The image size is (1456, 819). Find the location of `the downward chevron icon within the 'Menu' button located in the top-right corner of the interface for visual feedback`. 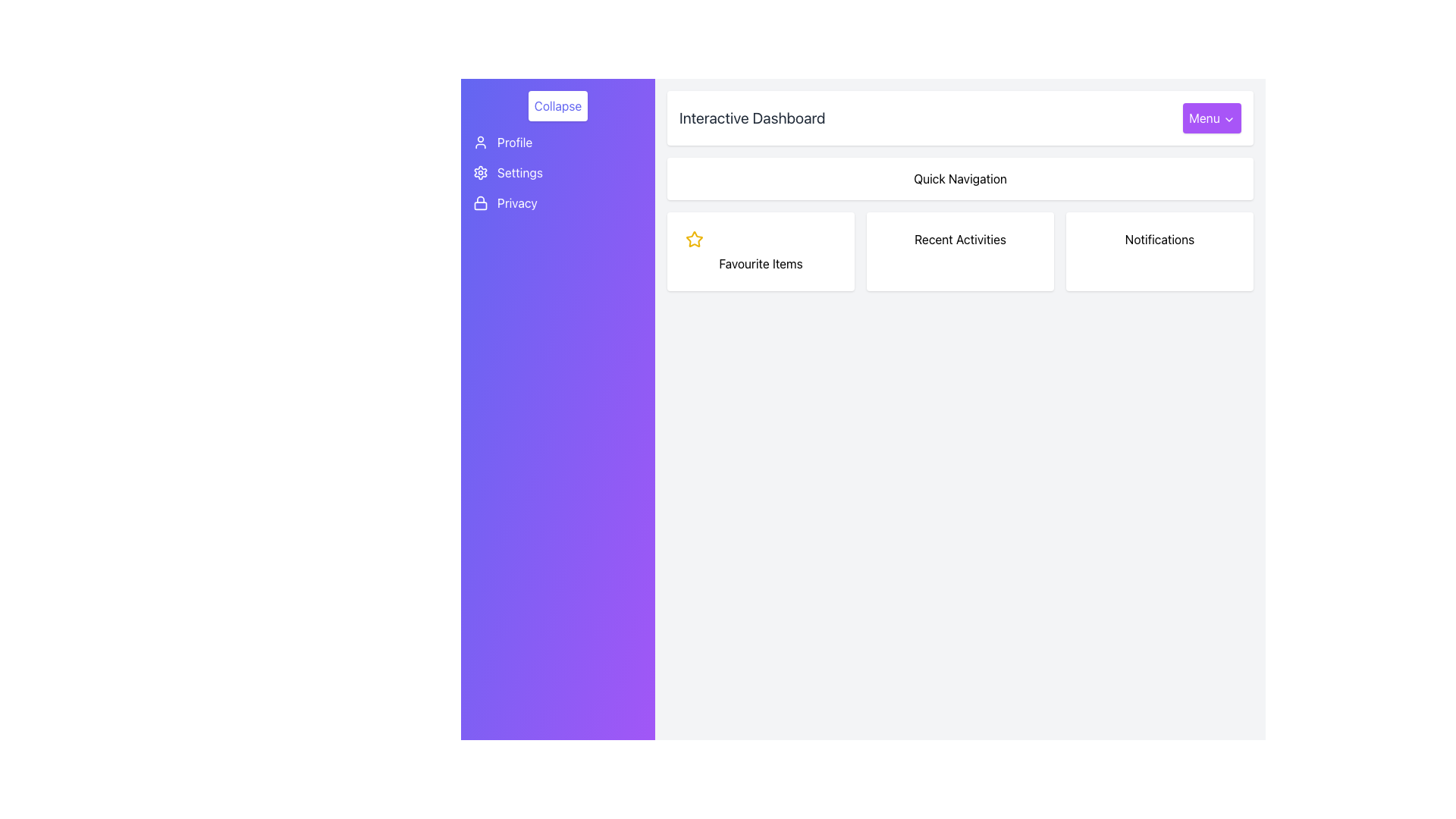

the downward chevron icon within the 'Menu' button located in the top-right corner of the interface for visual feedback is located at coordinates (1229, 118).